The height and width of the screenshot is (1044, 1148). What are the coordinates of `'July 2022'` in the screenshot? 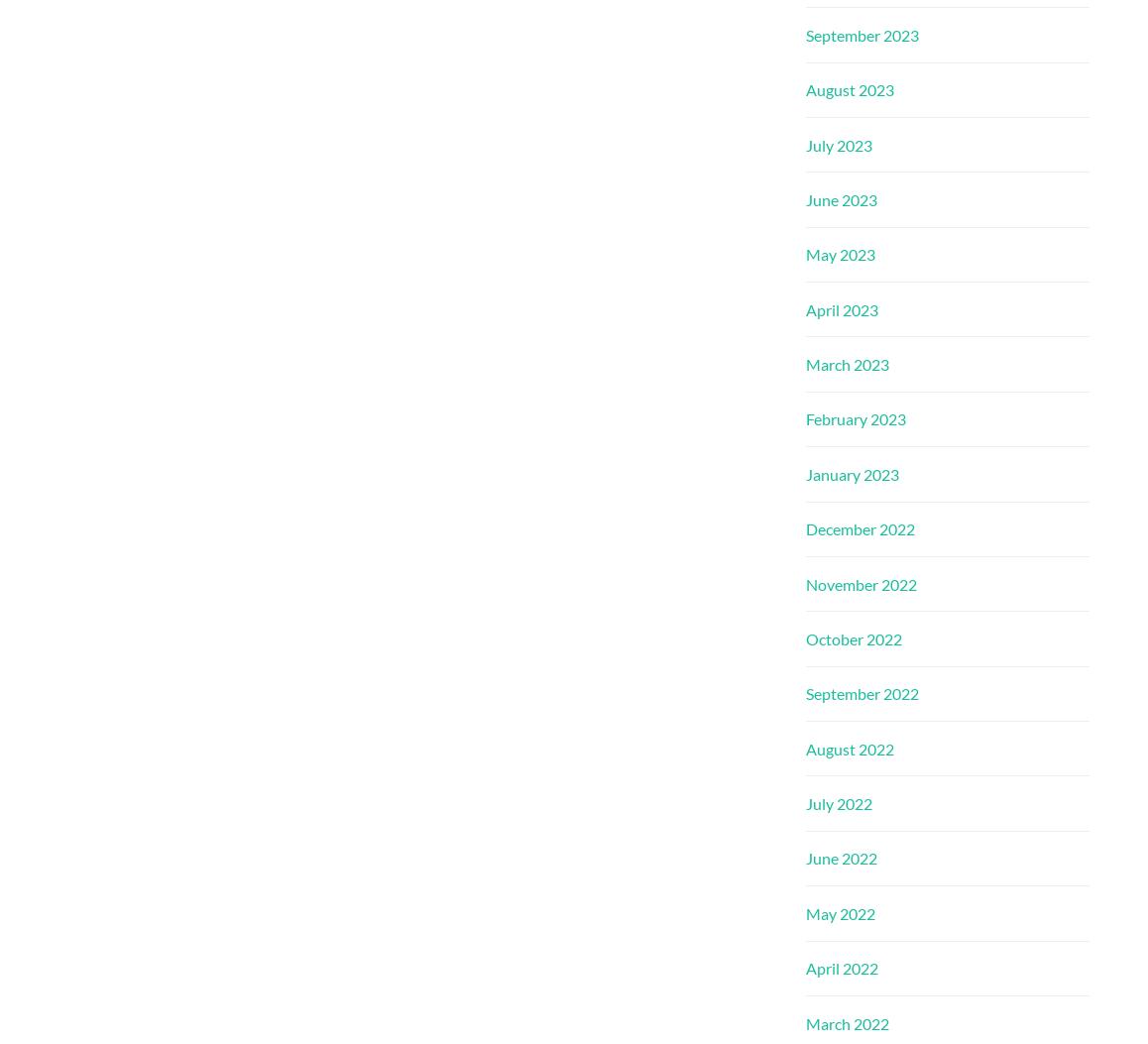 It's located at (838, 803).